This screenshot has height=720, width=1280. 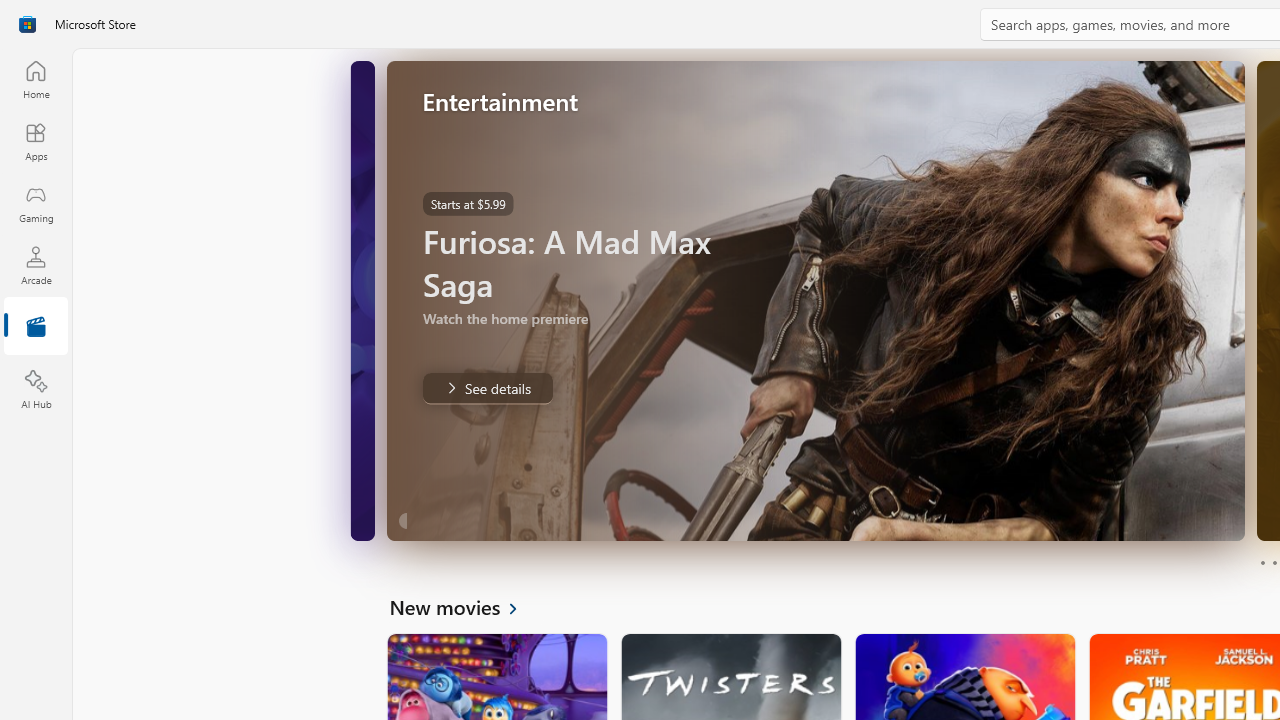 I want to click on 'Home', so click(x=35, y=78).